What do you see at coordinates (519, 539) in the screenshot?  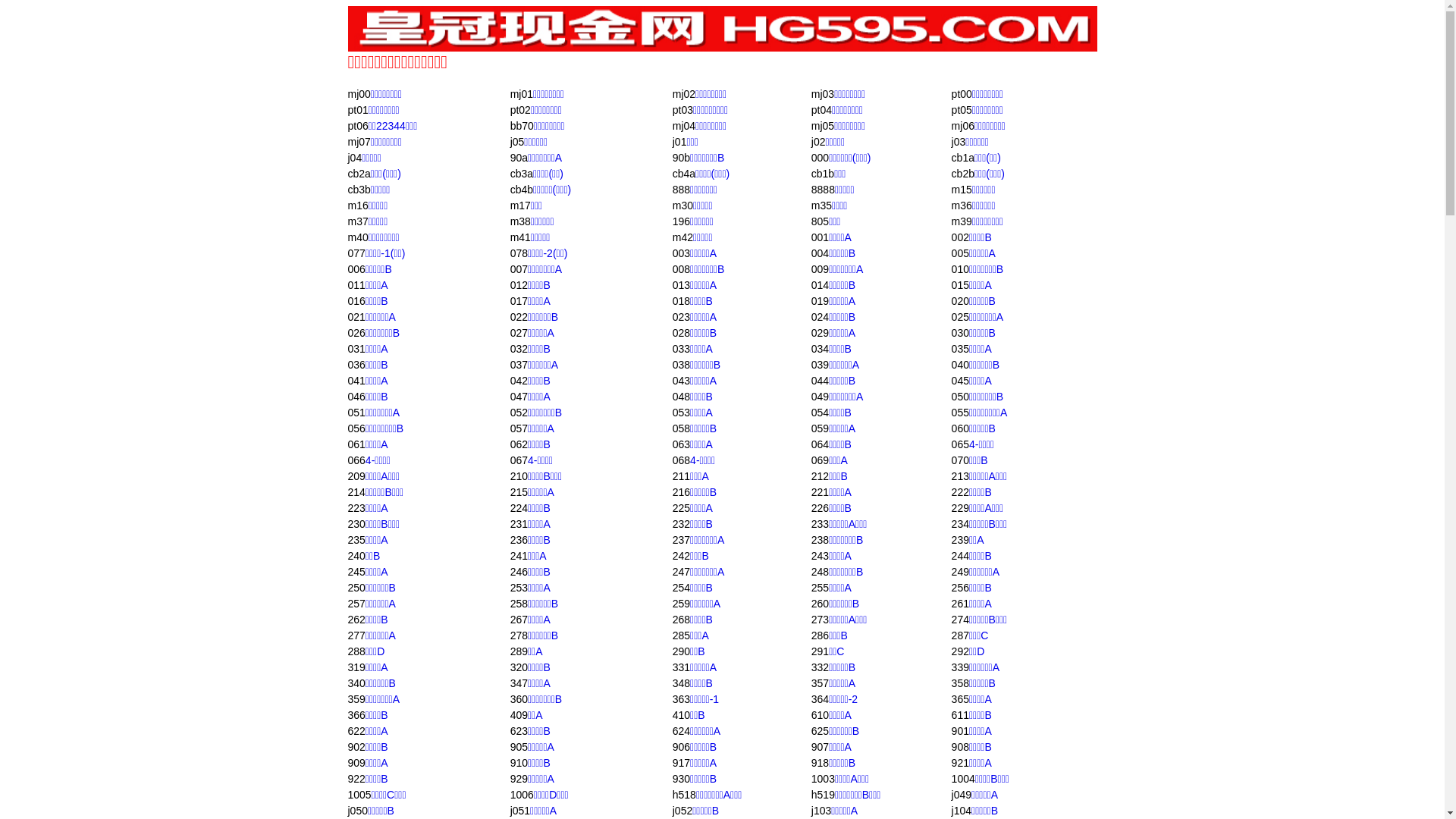 I see `'236'` at bounding box center [519, 539].